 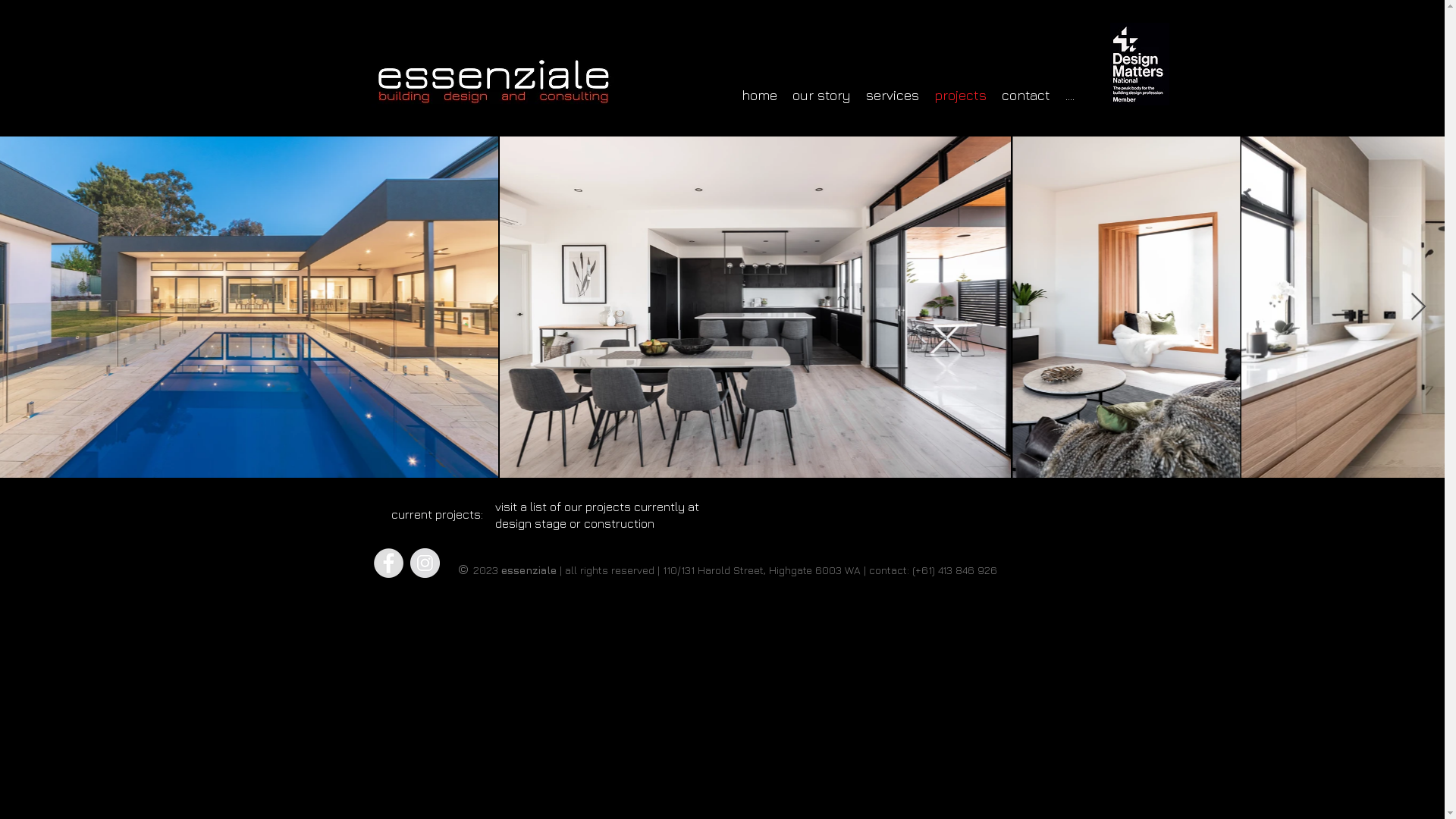 What do you see at coordinates (436, 513) in the screenshot?
I see `'current projects:'` at bounding box center [436, 513].